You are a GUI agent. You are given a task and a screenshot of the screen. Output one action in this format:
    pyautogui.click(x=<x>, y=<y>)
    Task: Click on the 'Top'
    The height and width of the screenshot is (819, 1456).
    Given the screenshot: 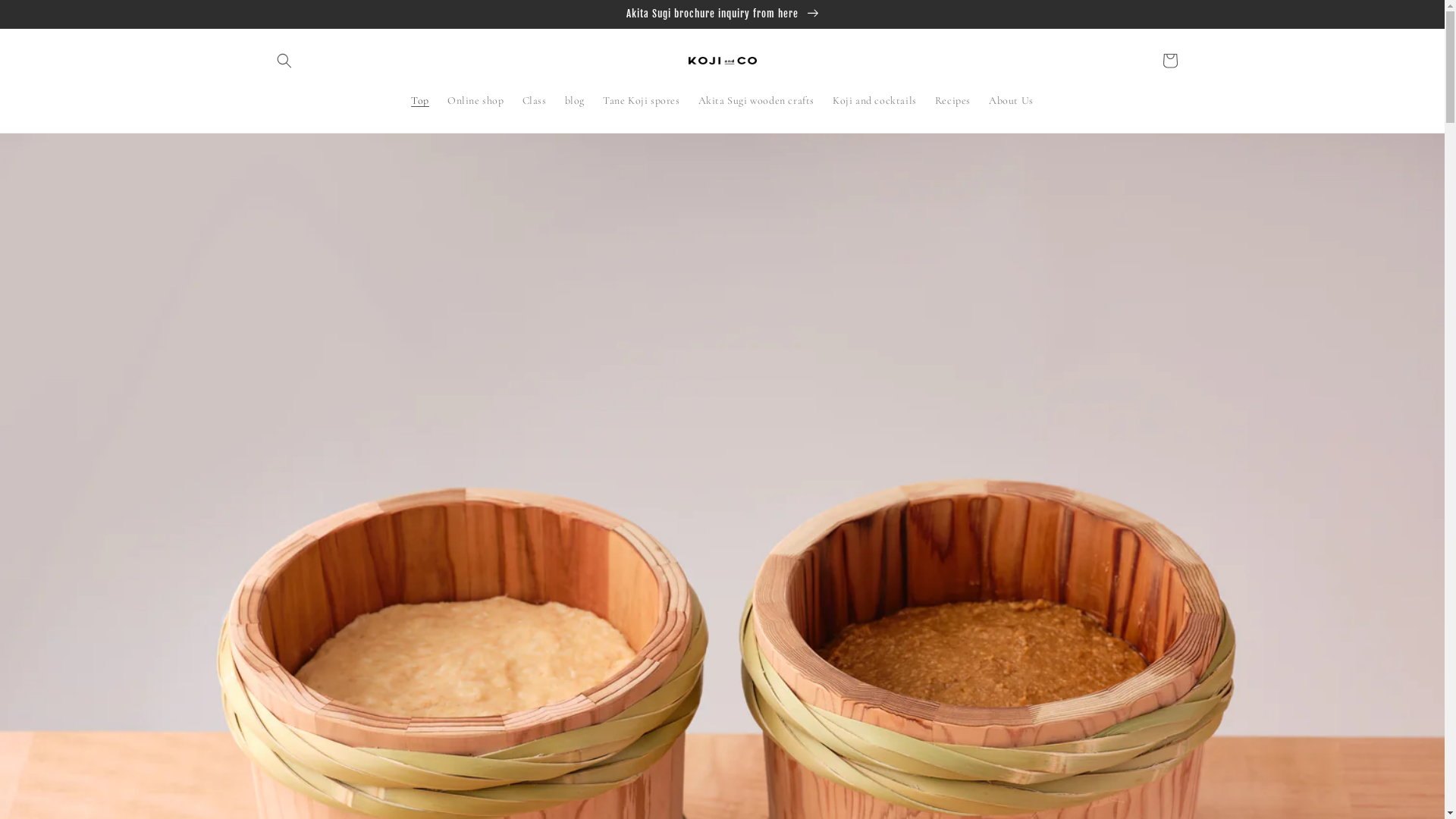 What is the action you would take?
    pyautogui.click(x=401, y=100)
    